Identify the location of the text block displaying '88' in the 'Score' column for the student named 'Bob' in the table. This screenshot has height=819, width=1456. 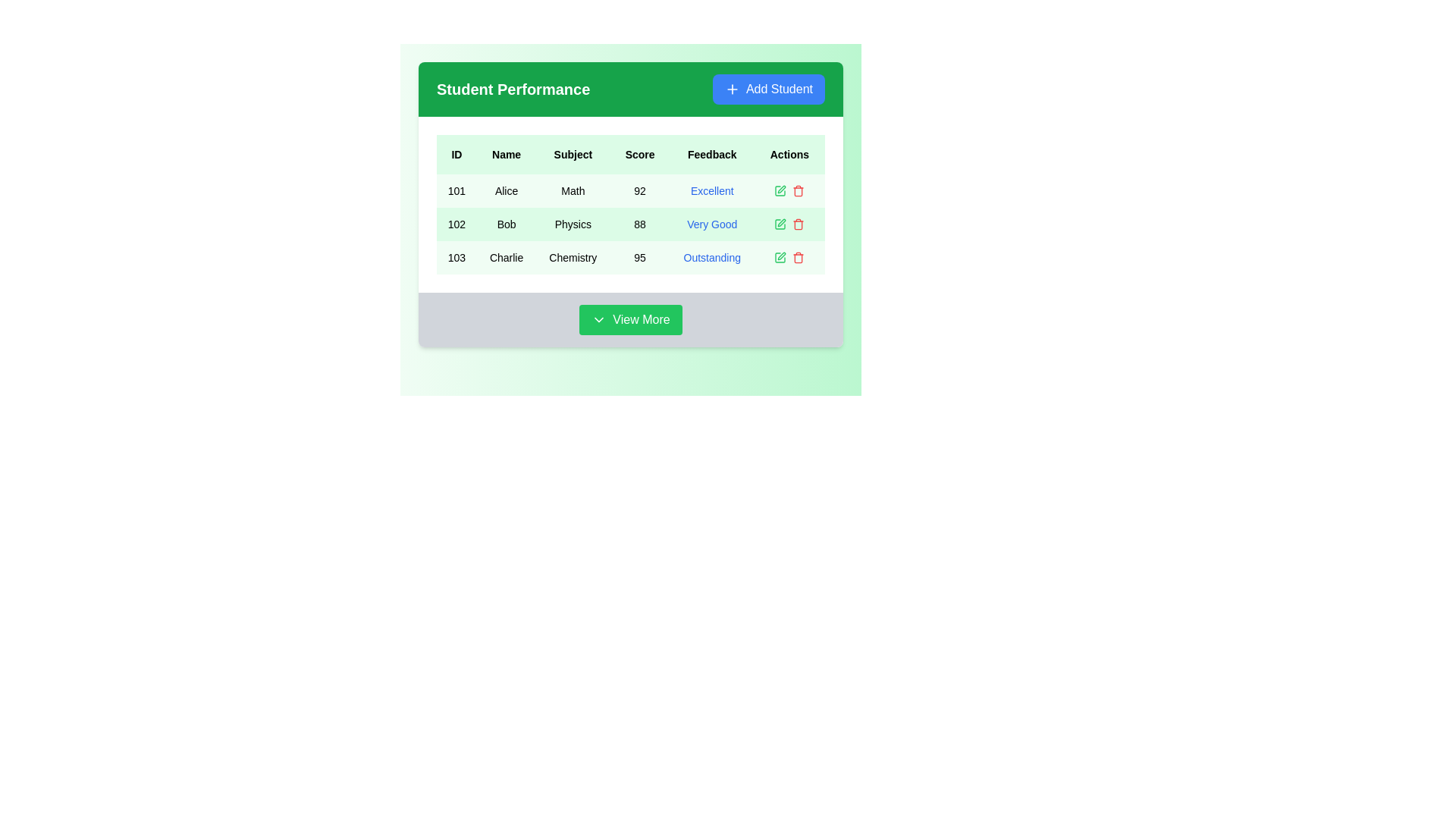
(640, 224).